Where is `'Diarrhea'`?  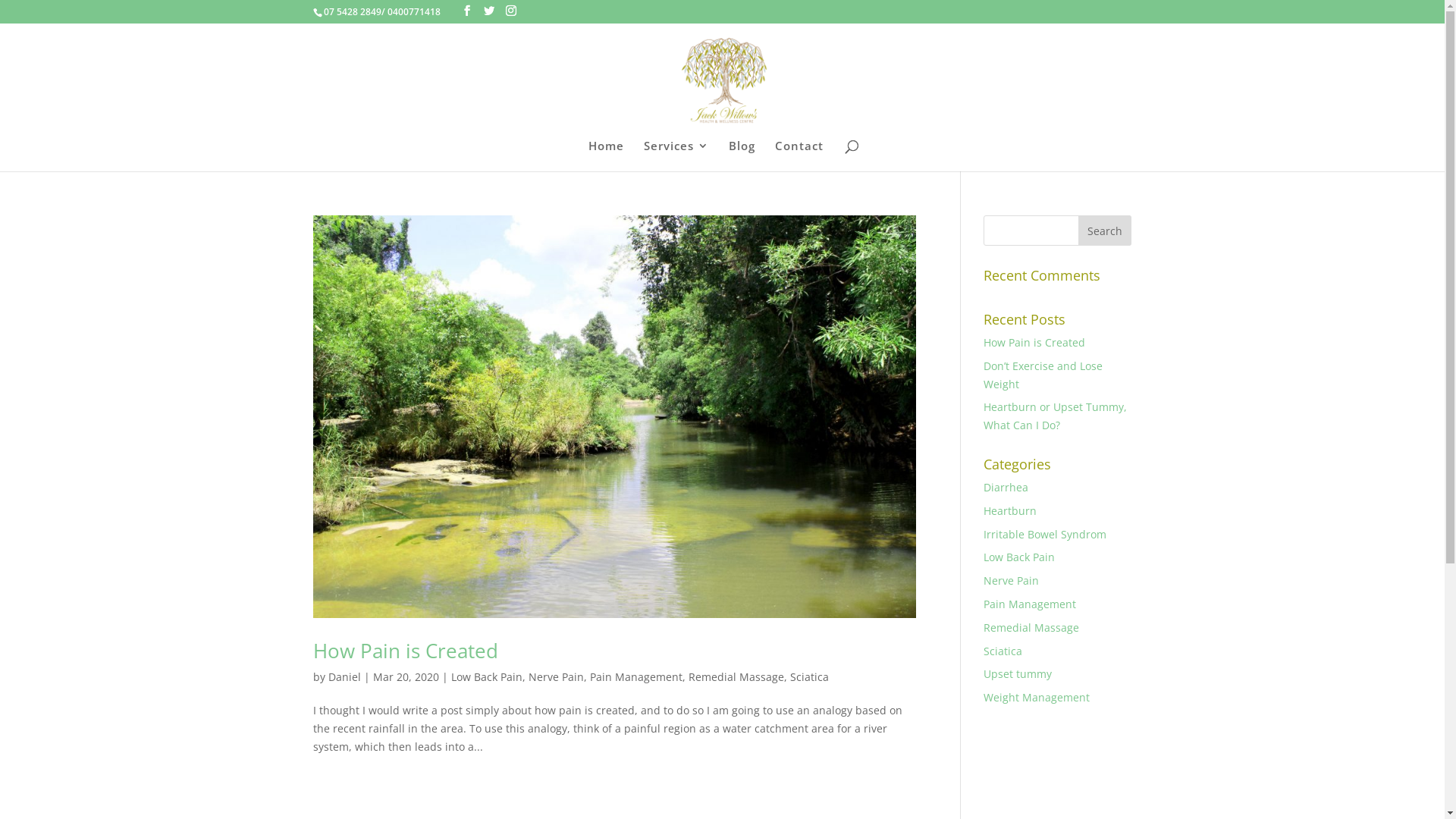
'Diarrhea' is located at coordinates (1006, 487).